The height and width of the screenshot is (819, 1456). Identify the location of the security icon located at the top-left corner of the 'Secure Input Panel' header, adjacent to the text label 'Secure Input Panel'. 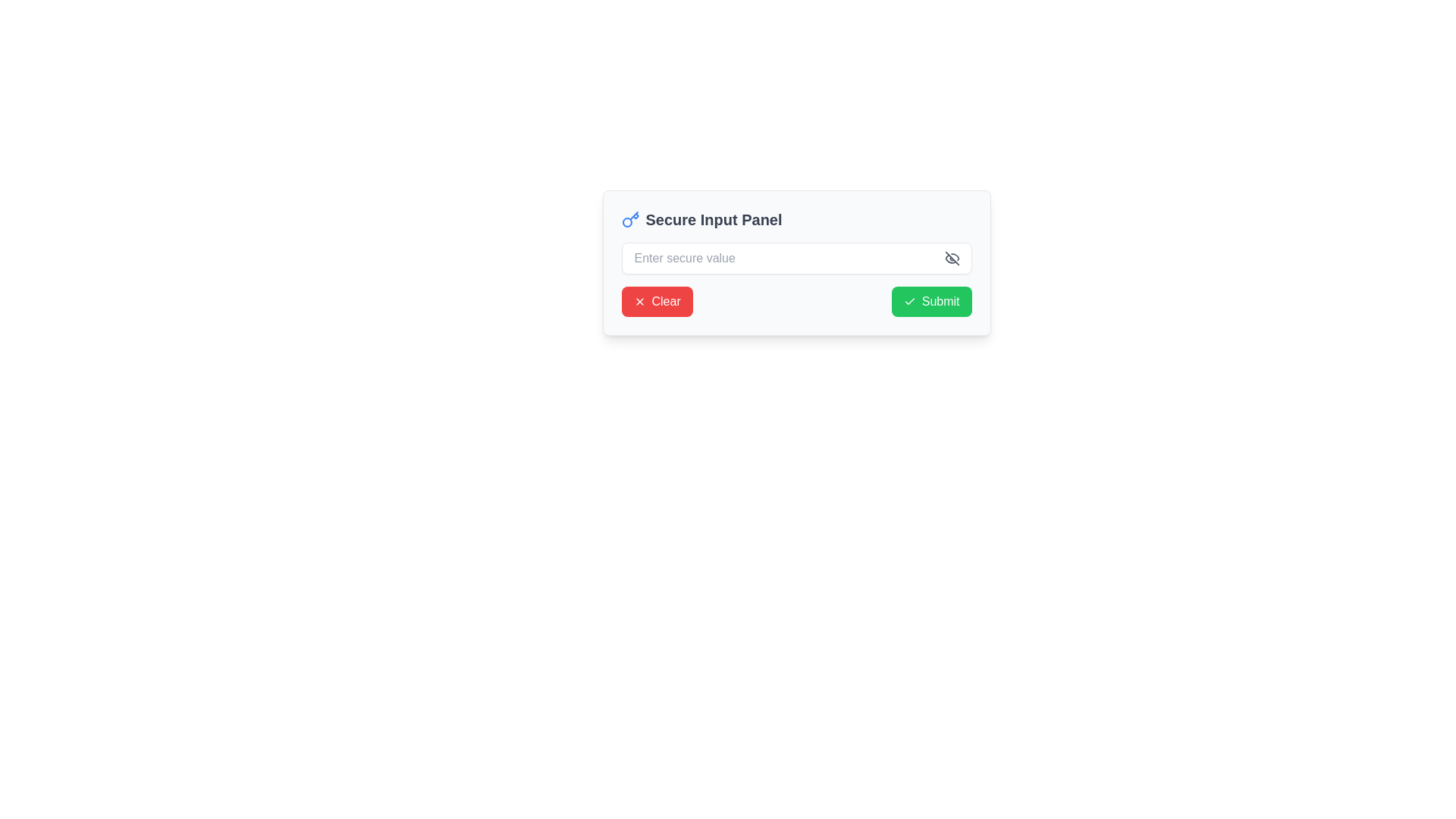
(630, 219).